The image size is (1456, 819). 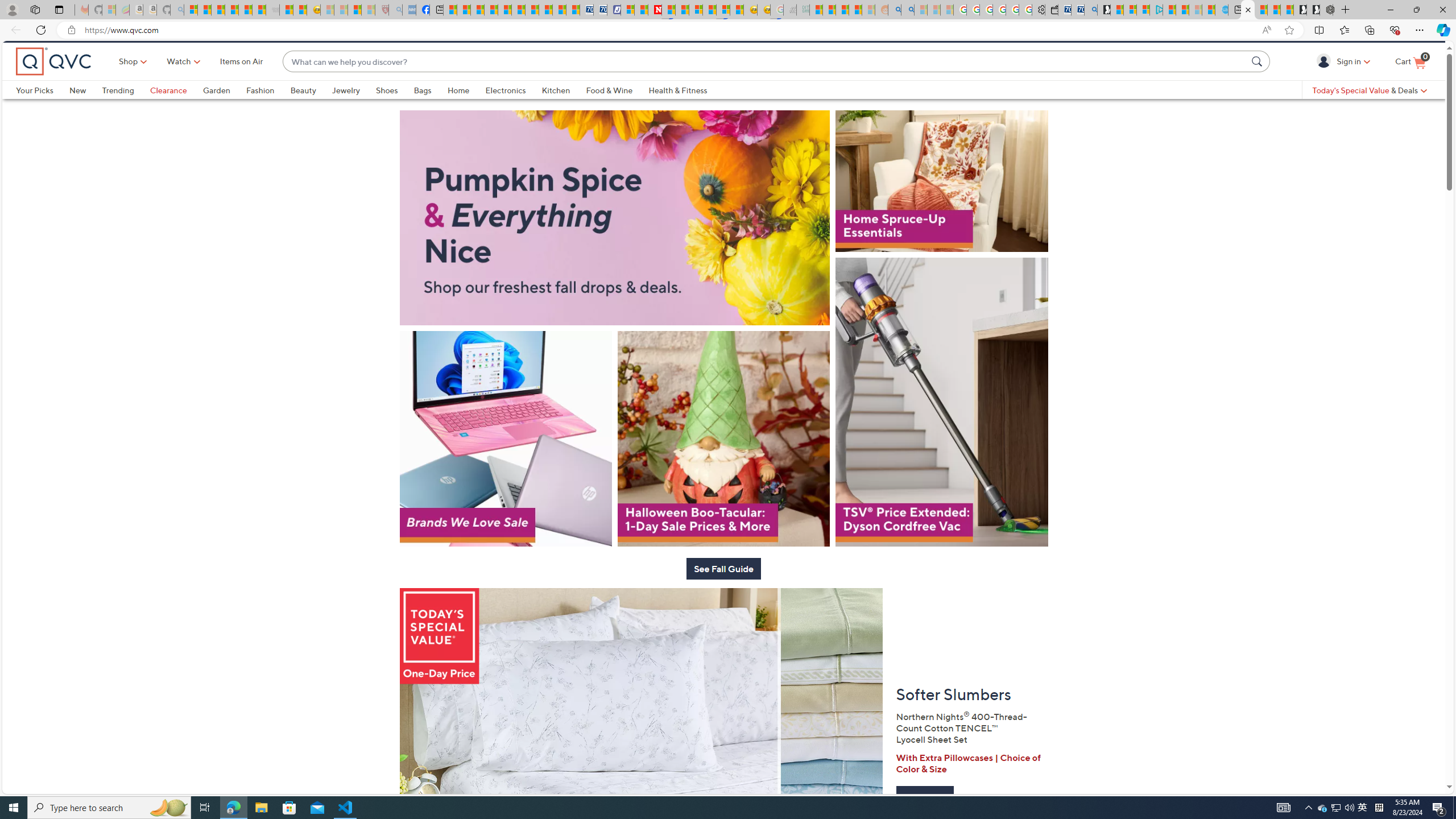 I want to click on 'Home | Sky Blue Bikes - Sky Blue Bikes', so click(x=1221, y=9).